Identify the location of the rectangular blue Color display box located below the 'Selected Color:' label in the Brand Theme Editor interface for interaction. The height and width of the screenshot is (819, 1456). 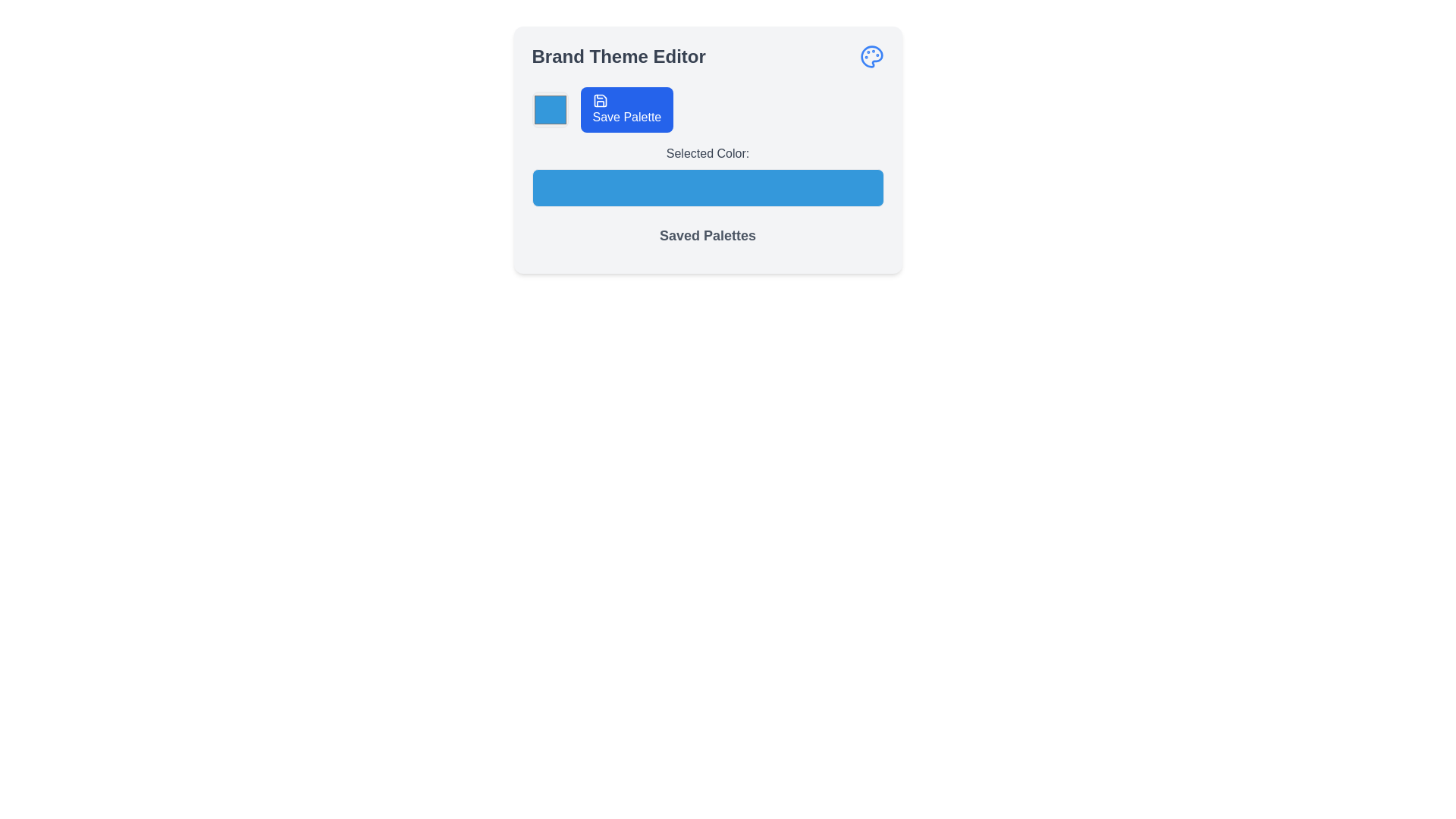
(707, 200).